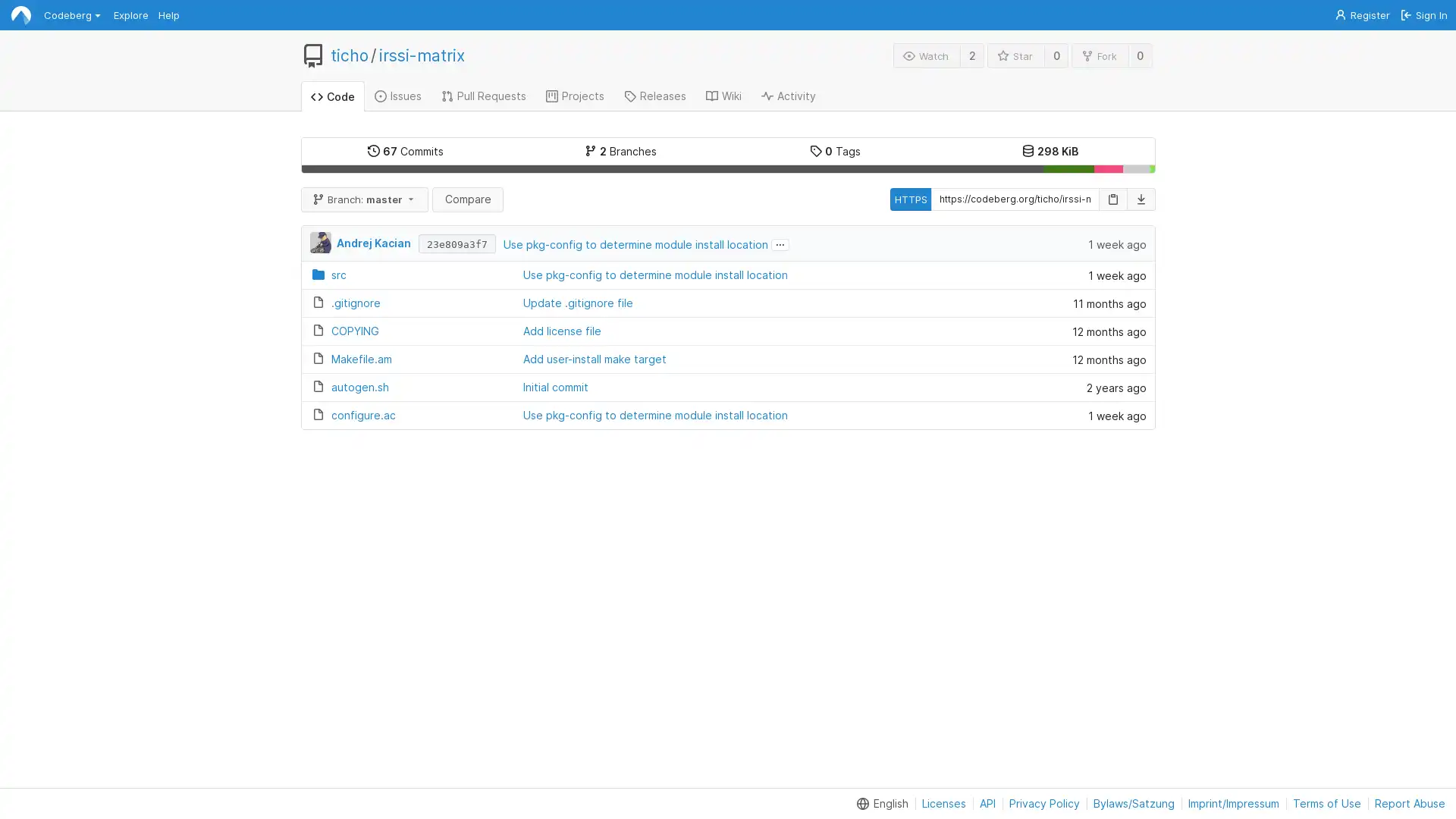 This screenshot has width=1456, height=819. I want to click on ..., so click(780, 243).